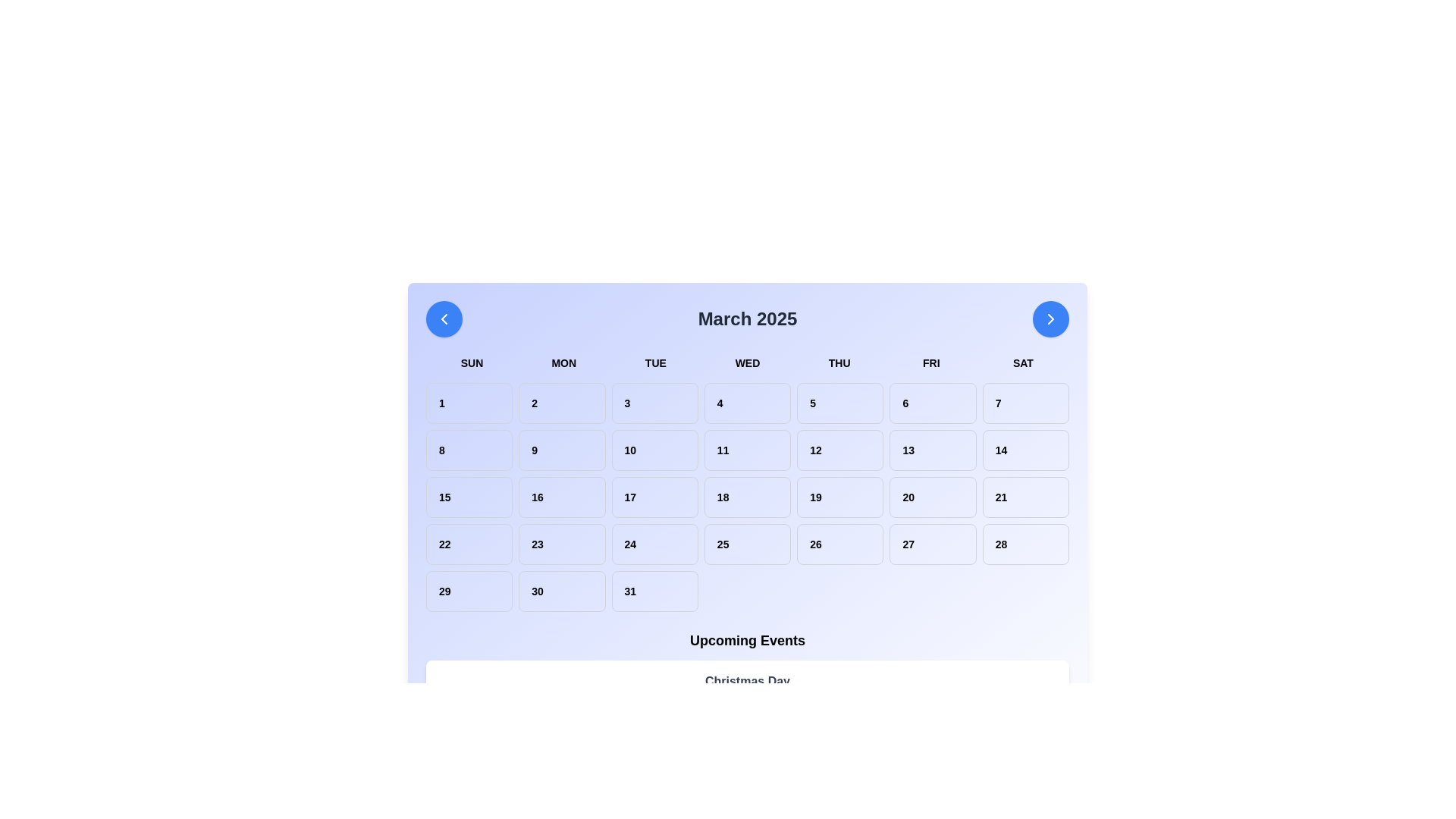  I want to click on the circular blue button with a right-facing chevron icon located at the top-right corner of the interface, adjacent to the 'March 2025' header, so click(1050, 318).